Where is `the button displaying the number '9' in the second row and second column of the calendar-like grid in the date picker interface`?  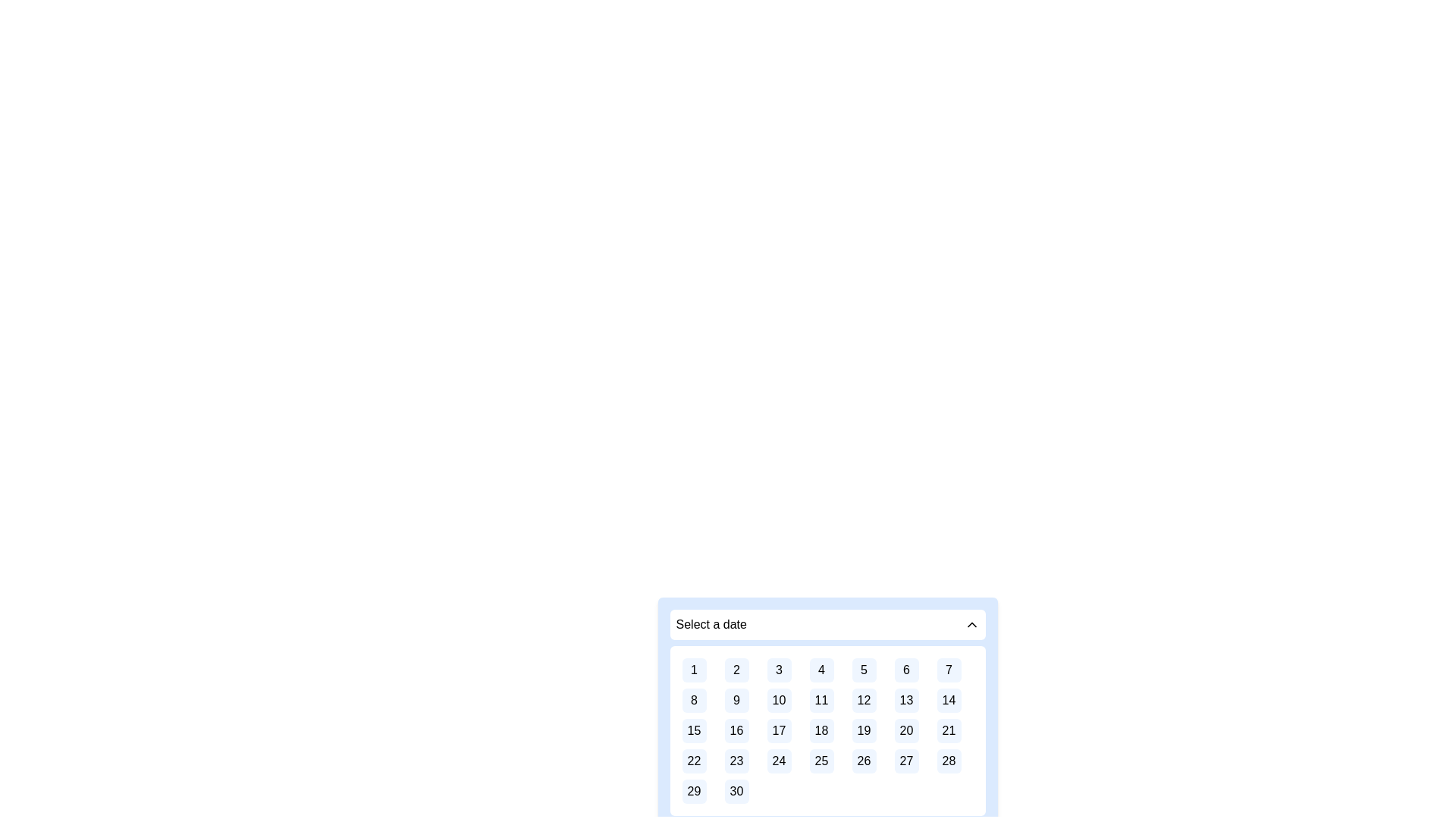 the button displaying the number '9' in the second row and second column of the calendar-like grid in the date picker interface is located at coordinates (736, 701).